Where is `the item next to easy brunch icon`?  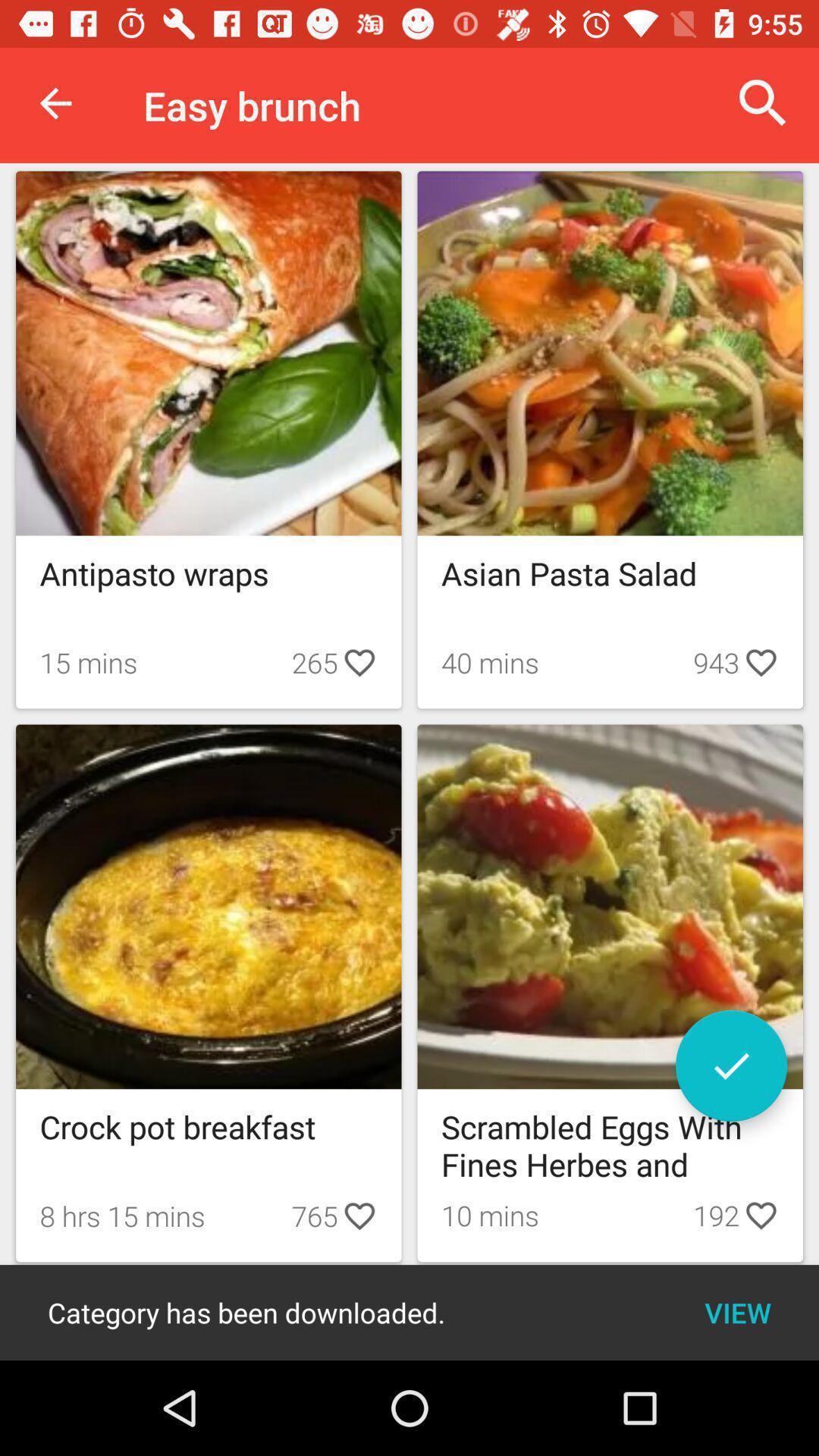
the item next to easy brunch icon is located at coordinates (763, 102).